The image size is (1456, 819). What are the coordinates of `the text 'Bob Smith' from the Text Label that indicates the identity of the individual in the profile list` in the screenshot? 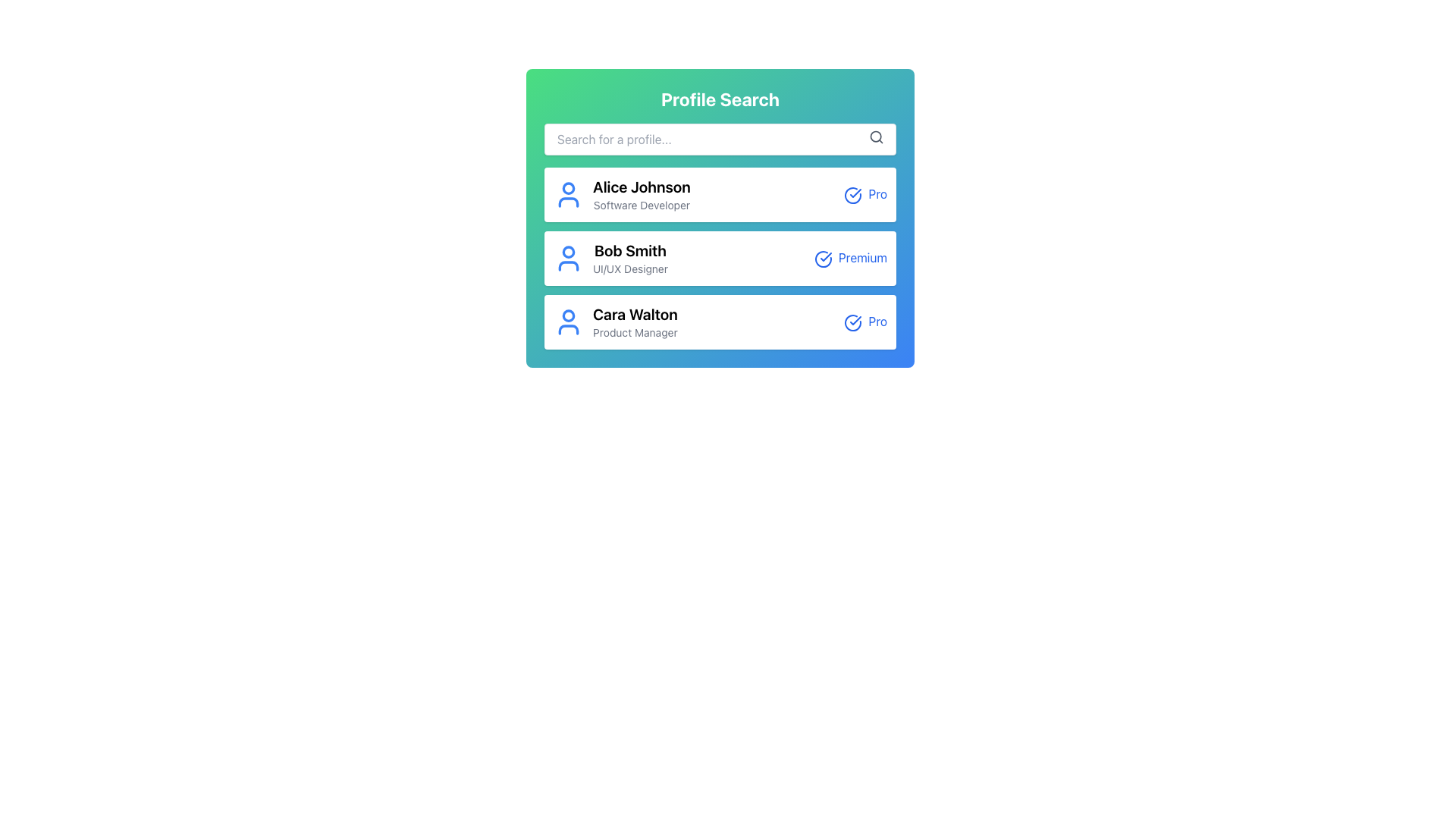 It's located at (630, 250).